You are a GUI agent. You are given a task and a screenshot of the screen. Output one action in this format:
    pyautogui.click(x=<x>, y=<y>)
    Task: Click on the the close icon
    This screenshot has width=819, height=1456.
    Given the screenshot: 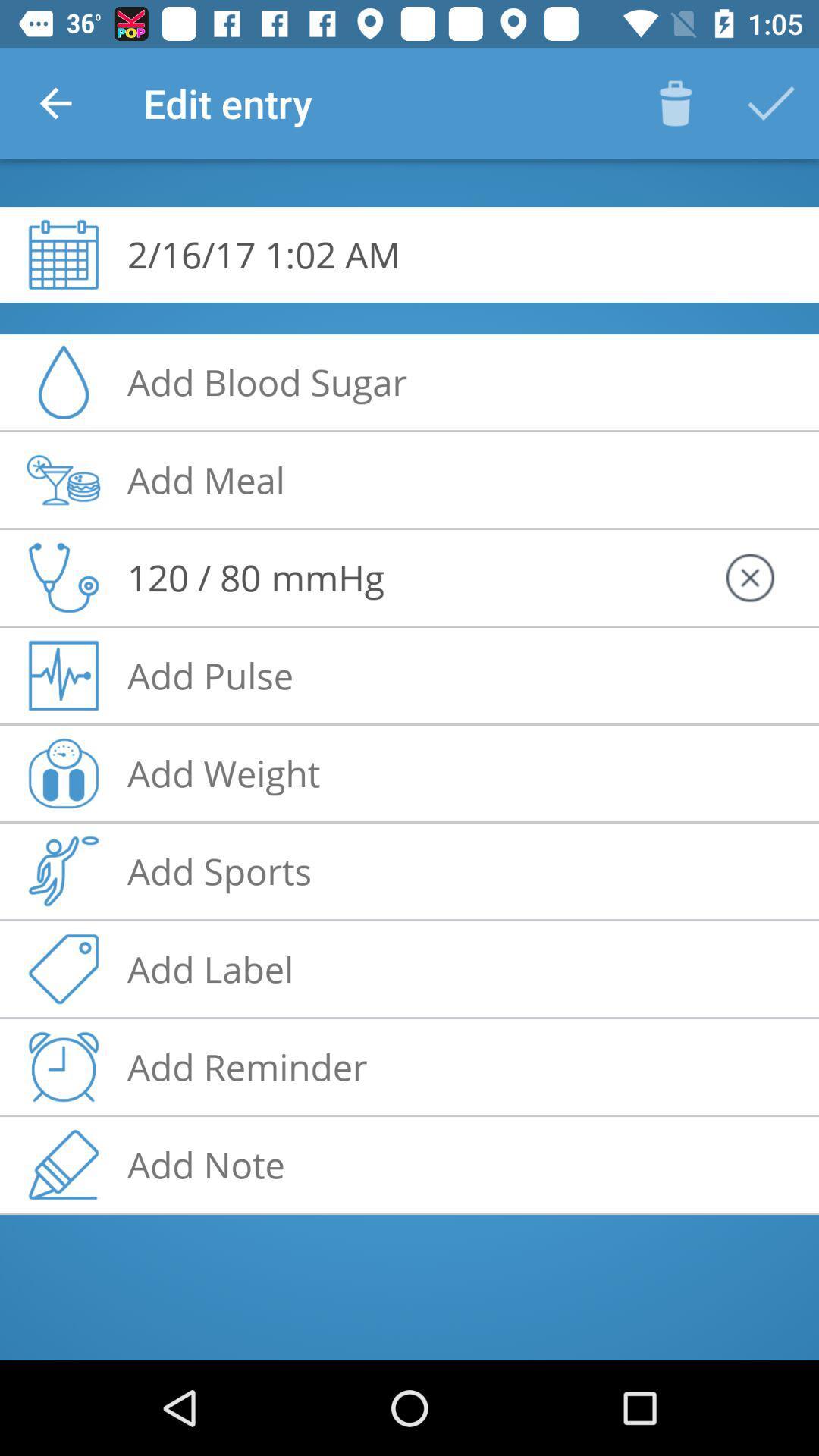 What is the action you would take?
    pyautogui.click(x=748, y=577)
    